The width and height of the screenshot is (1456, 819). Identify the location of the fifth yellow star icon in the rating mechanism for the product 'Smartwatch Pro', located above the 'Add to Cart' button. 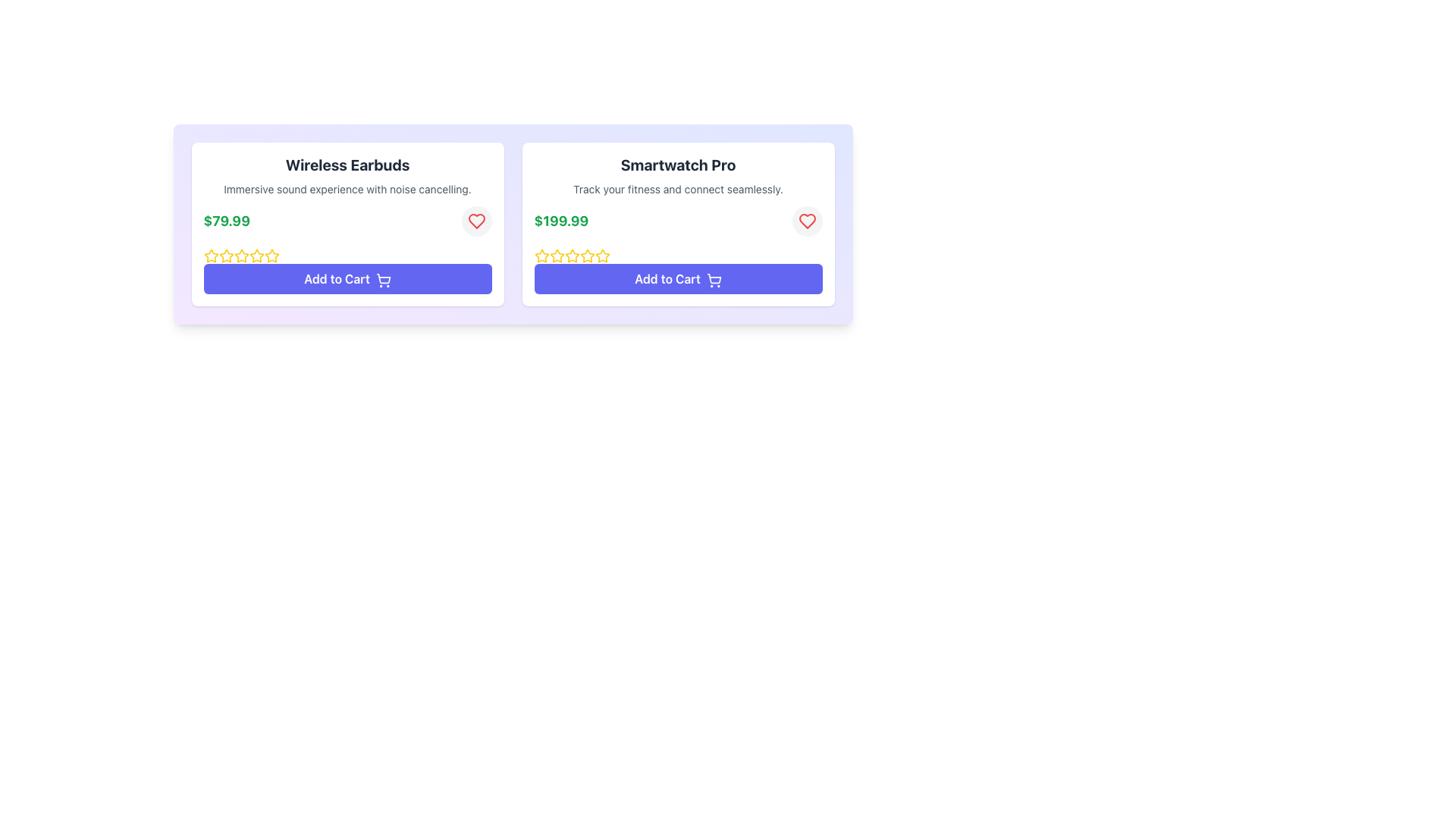
(586, 256).